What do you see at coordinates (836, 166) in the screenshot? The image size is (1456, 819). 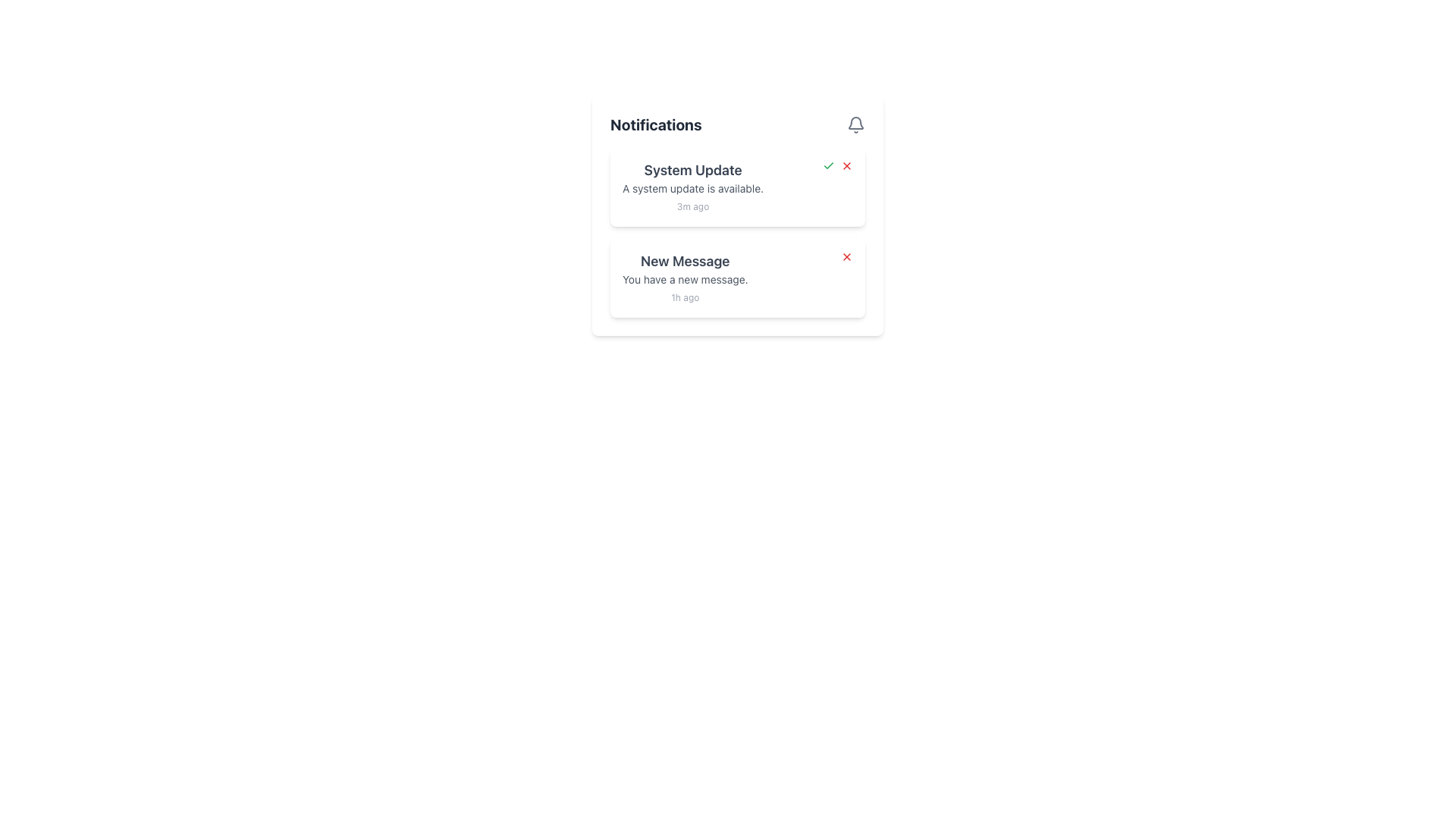 I see `the checkmark icon in the 'System Update' card, which signifies acceptance or approval` at bounding box center [836, 166].